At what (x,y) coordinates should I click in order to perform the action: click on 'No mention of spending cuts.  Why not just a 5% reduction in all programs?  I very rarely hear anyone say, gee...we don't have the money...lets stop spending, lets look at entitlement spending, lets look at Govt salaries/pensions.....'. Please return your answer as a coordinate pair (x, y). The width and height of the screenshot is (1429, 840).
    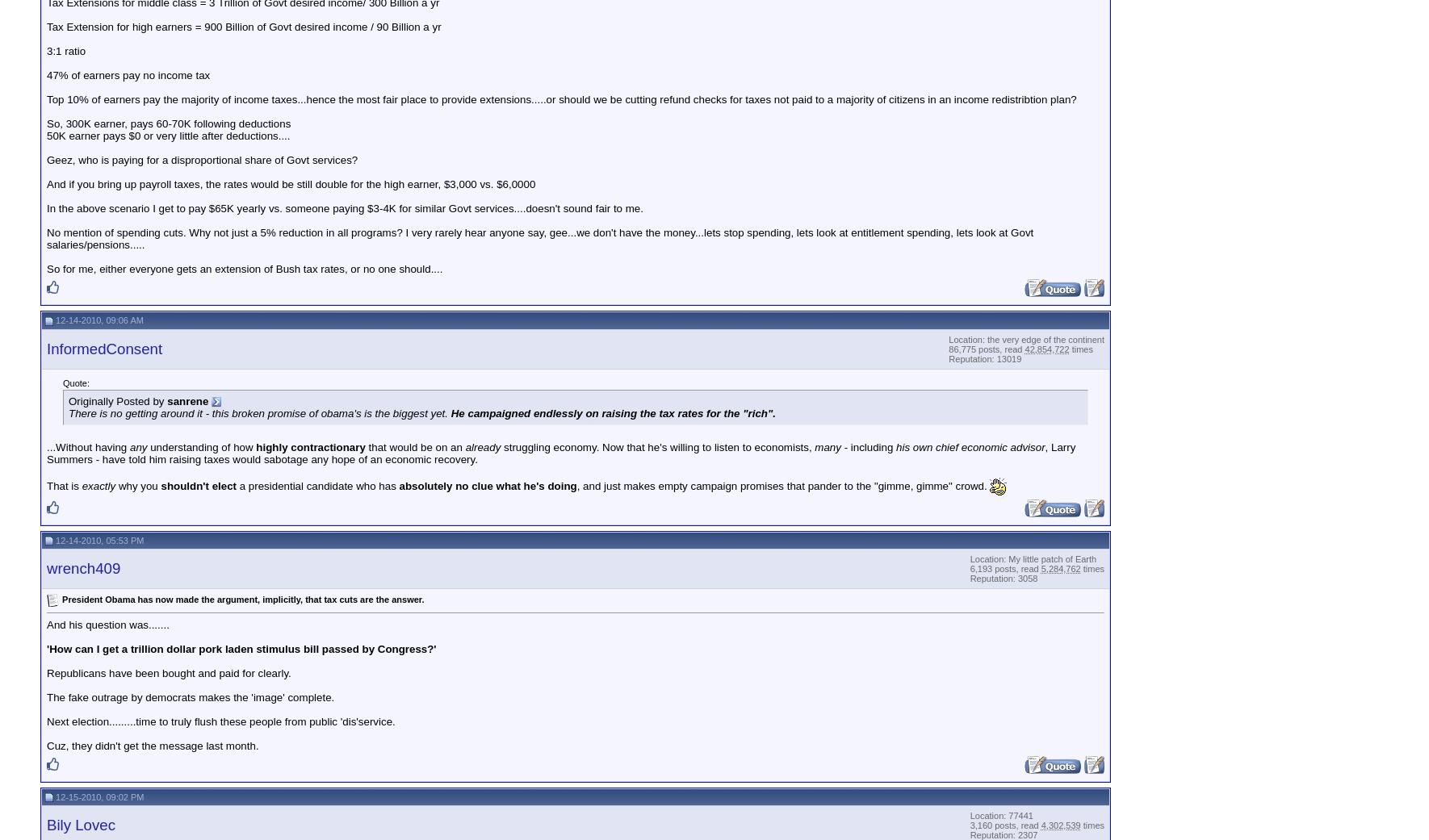
    Looking at the image, I should click on (539, 237).